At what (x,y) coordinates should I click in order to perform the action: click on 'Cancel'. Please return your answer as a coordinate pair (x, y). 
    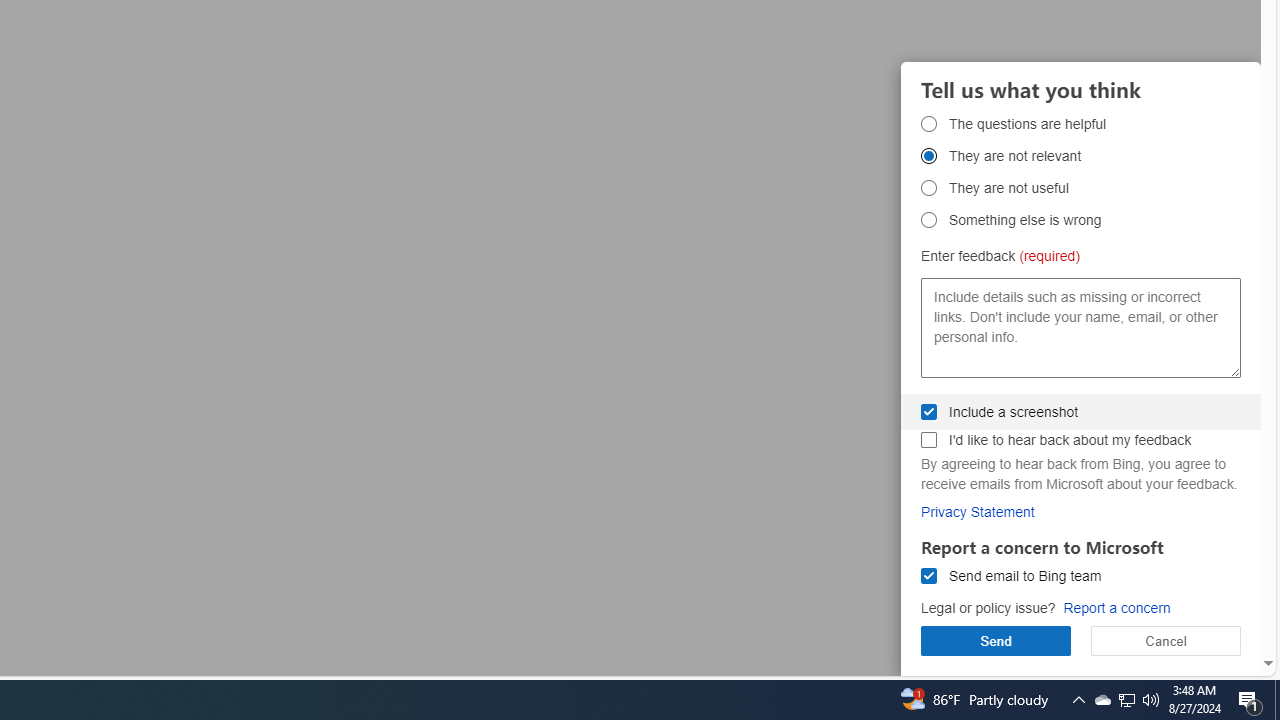
    Looking at the image, I should click on (1166, 640).